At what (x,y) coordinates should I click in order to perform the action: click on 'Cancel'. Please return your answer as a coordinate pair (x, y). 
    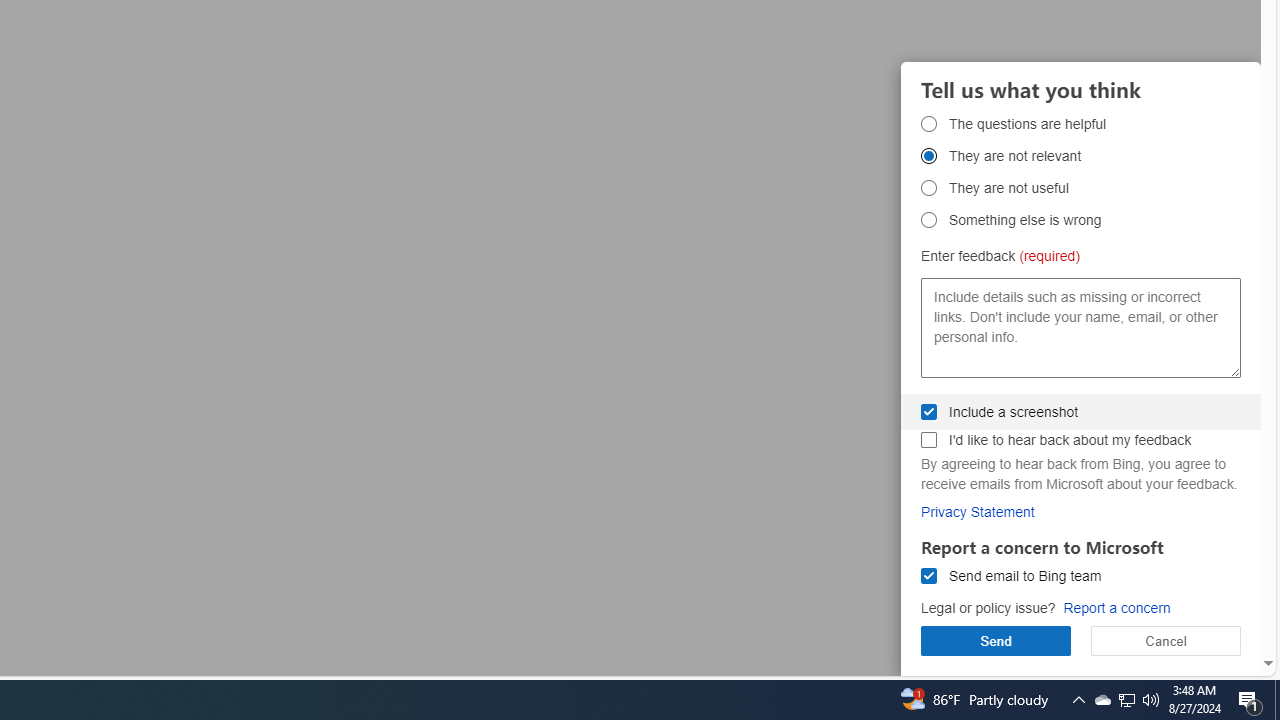
    Looking at the image, I should click on (1166, 640).